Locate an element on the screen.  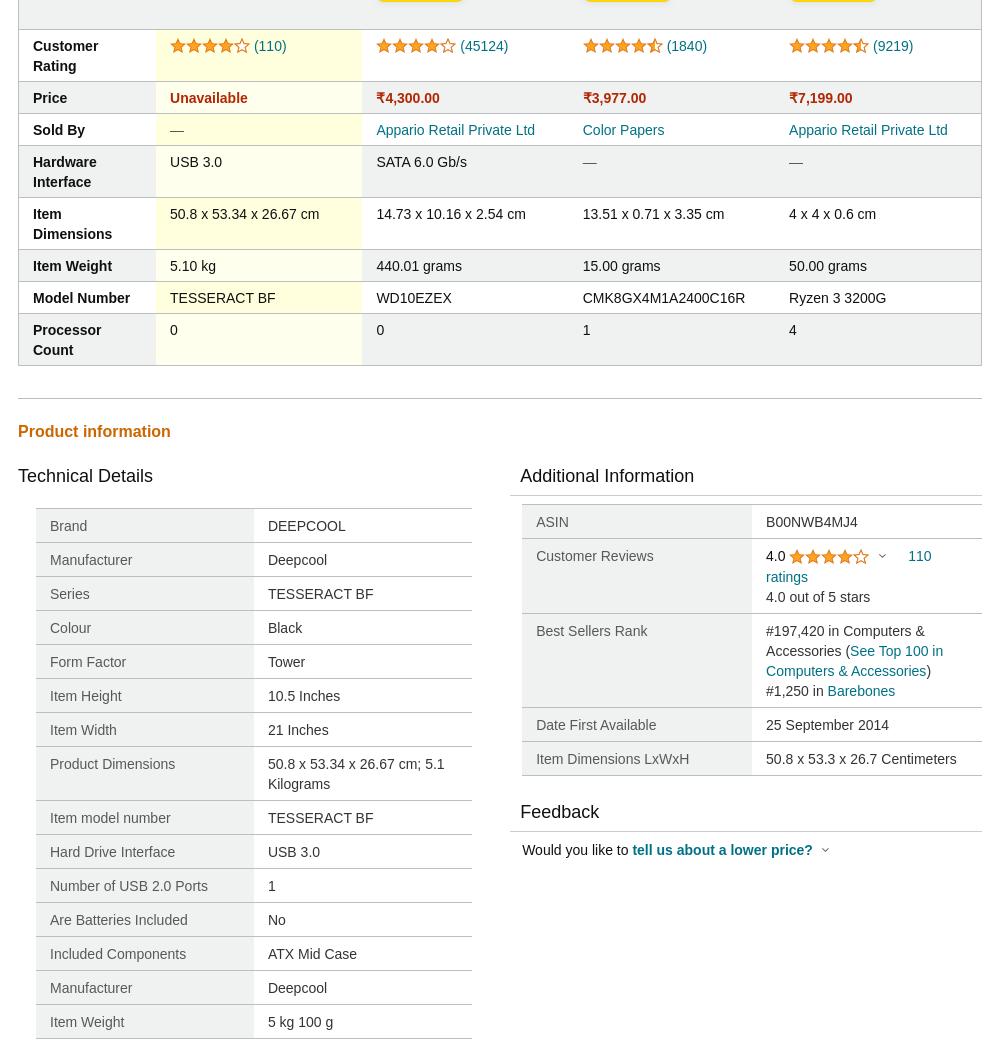
'110 ratings' is located at coordinates (766, 565).